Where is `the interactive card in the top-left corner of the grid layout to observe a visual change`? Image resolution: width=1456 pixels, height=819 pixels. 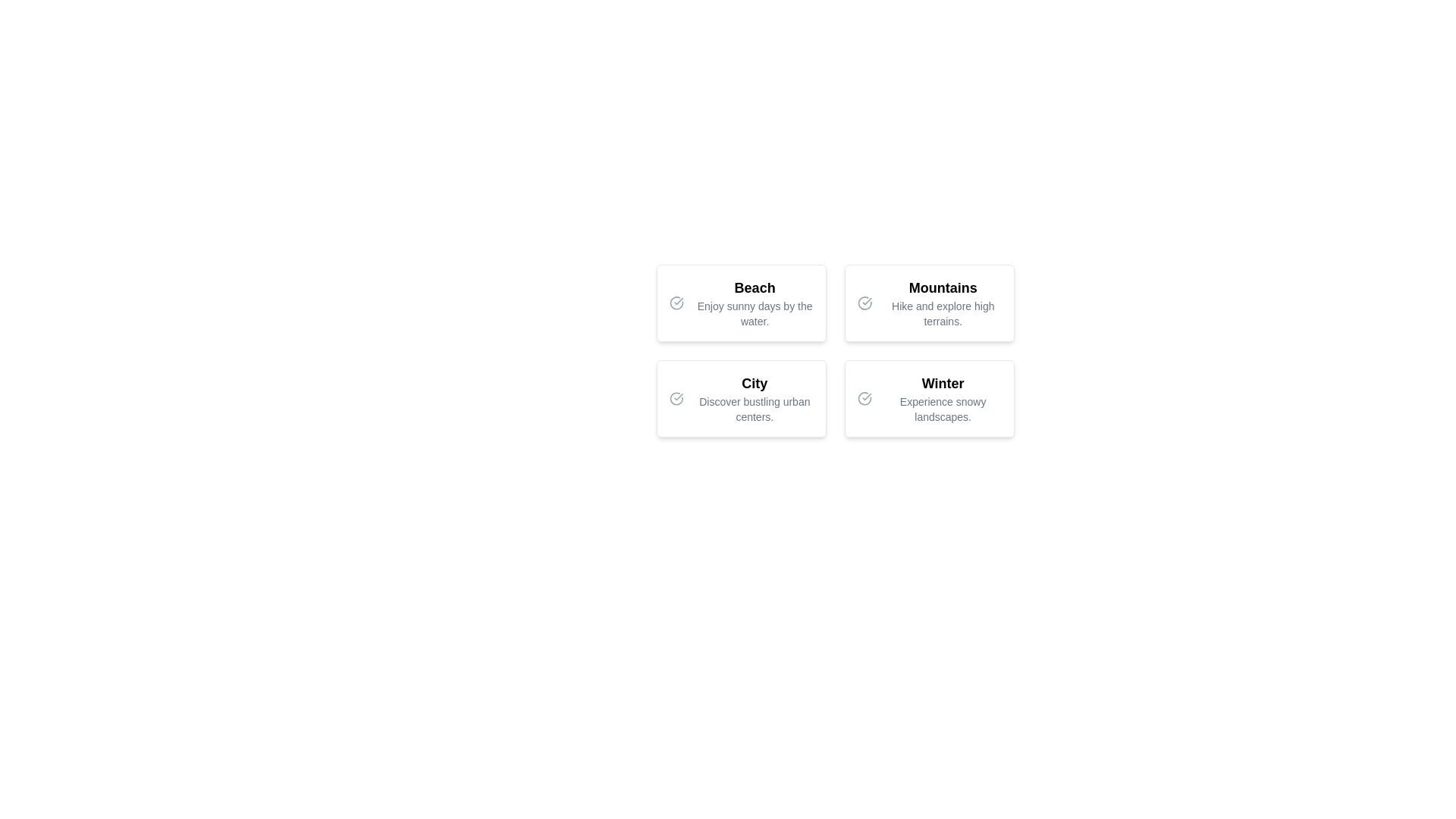
the interactive card in the top-left corner of the grid layout to observe a visual change is located at coordinates (742, 303).